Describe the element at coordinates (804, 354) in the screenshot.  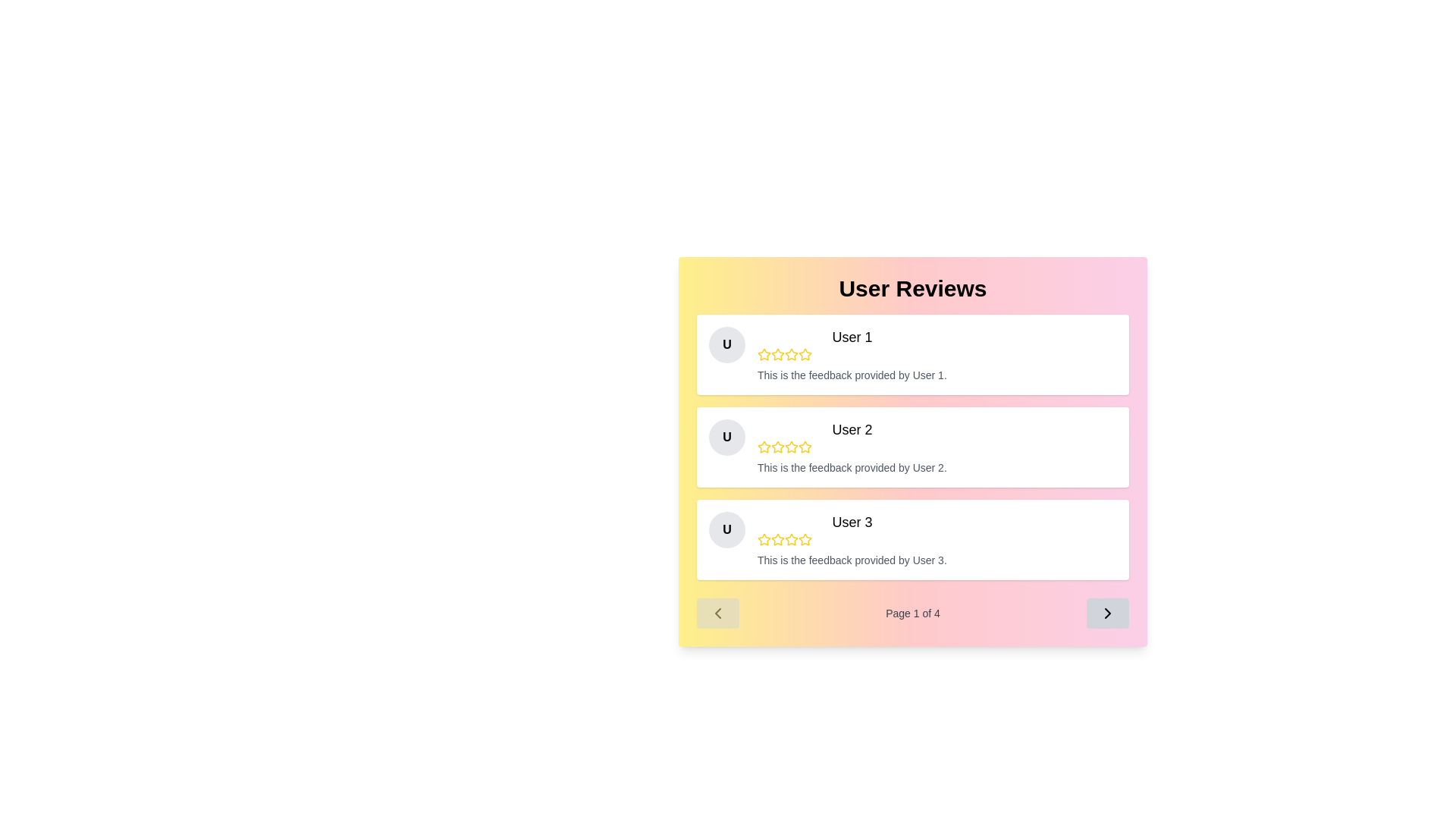
I see `the highlighted star icon representing the current rating in the user reviews section for 'User 1'` at that location.